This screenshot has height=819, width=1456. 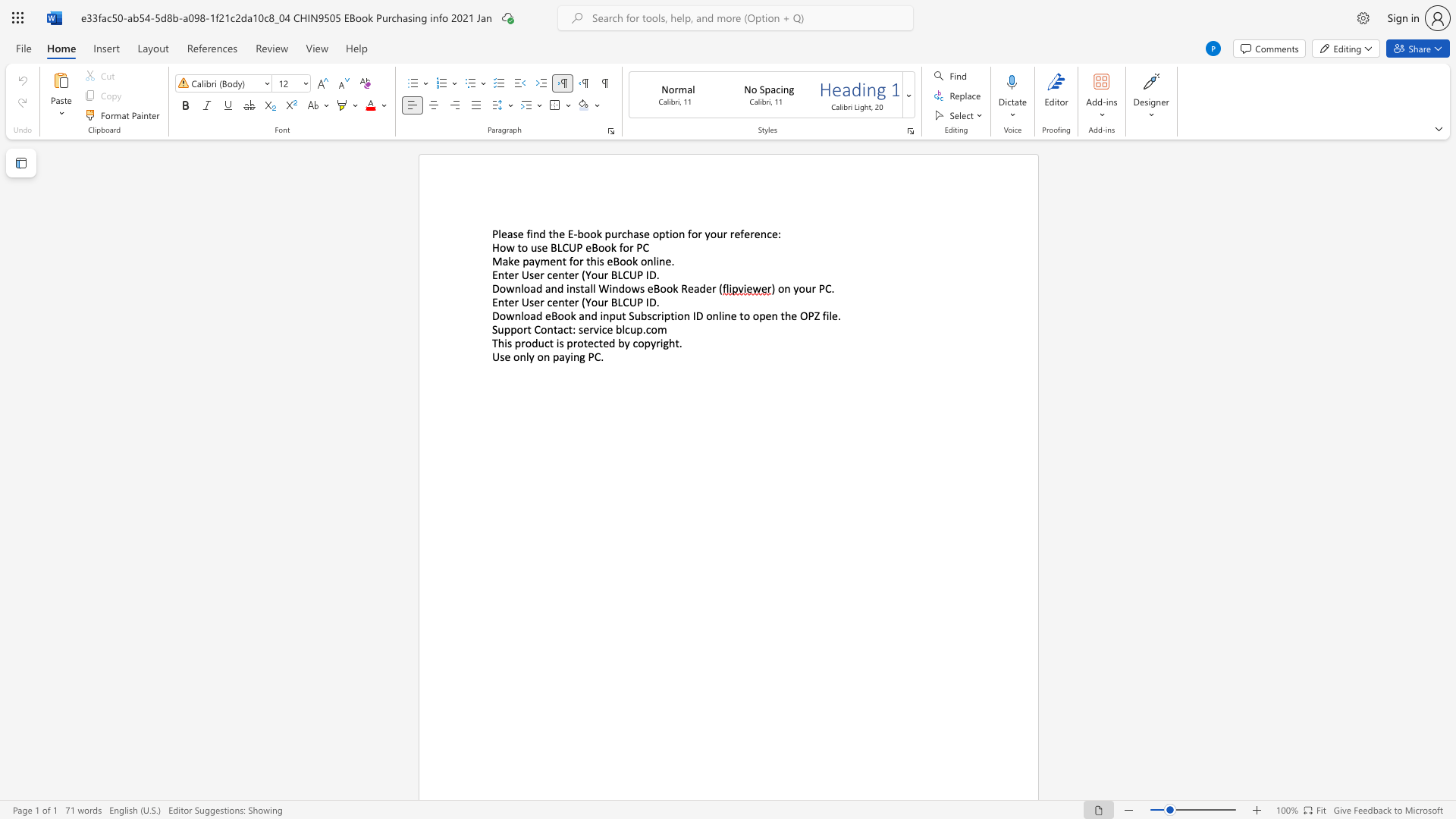 I want to click on the subset text "o use B" within the text "How to use BLCUP eBook for PC", so click(x=521, y=246).